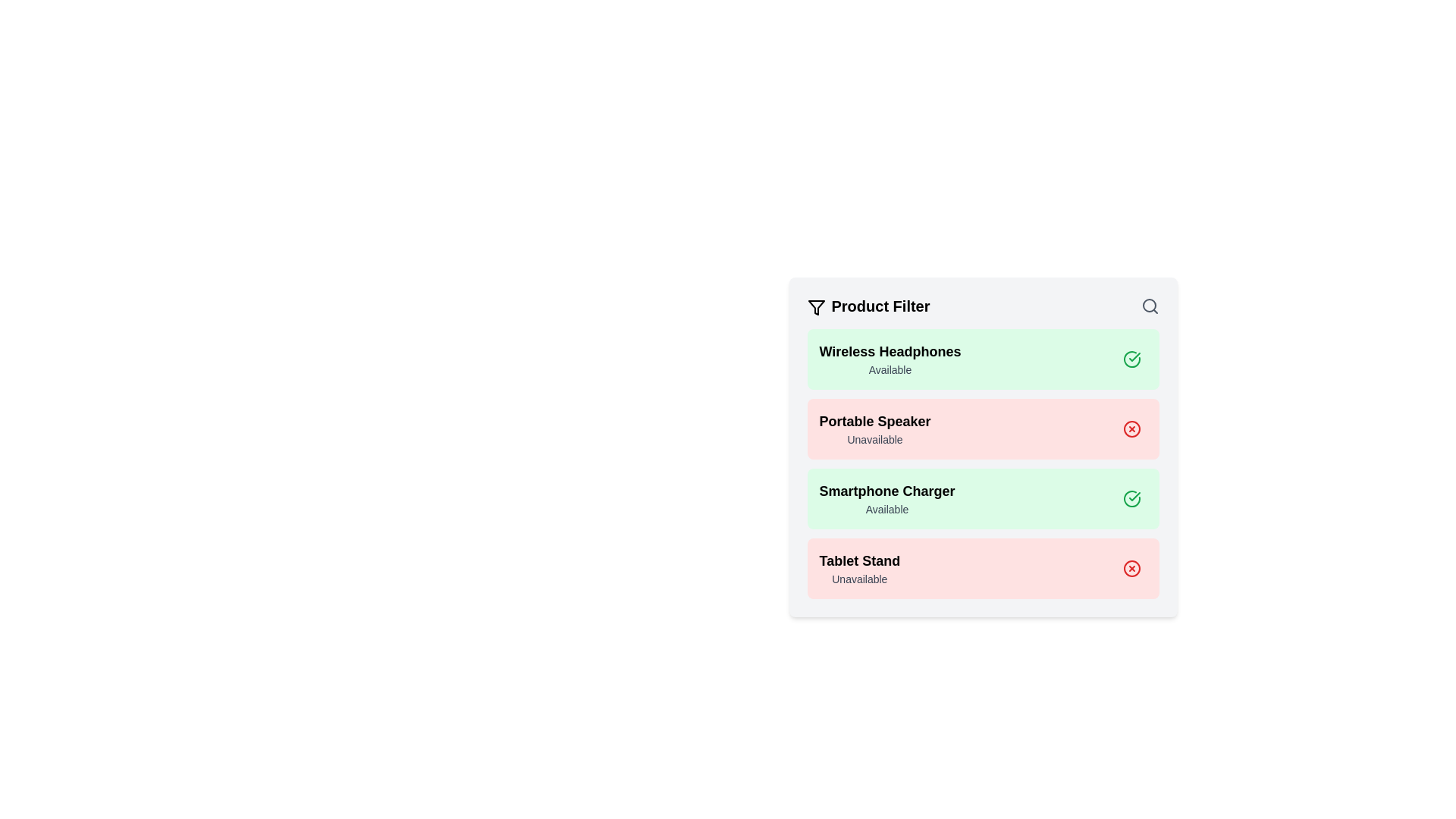 This screenshot has height=819, width=1456. I want to click on the second item in the product listing under the title 'Product Filter', which specifies the item's name and availability status, so click(983, 463).